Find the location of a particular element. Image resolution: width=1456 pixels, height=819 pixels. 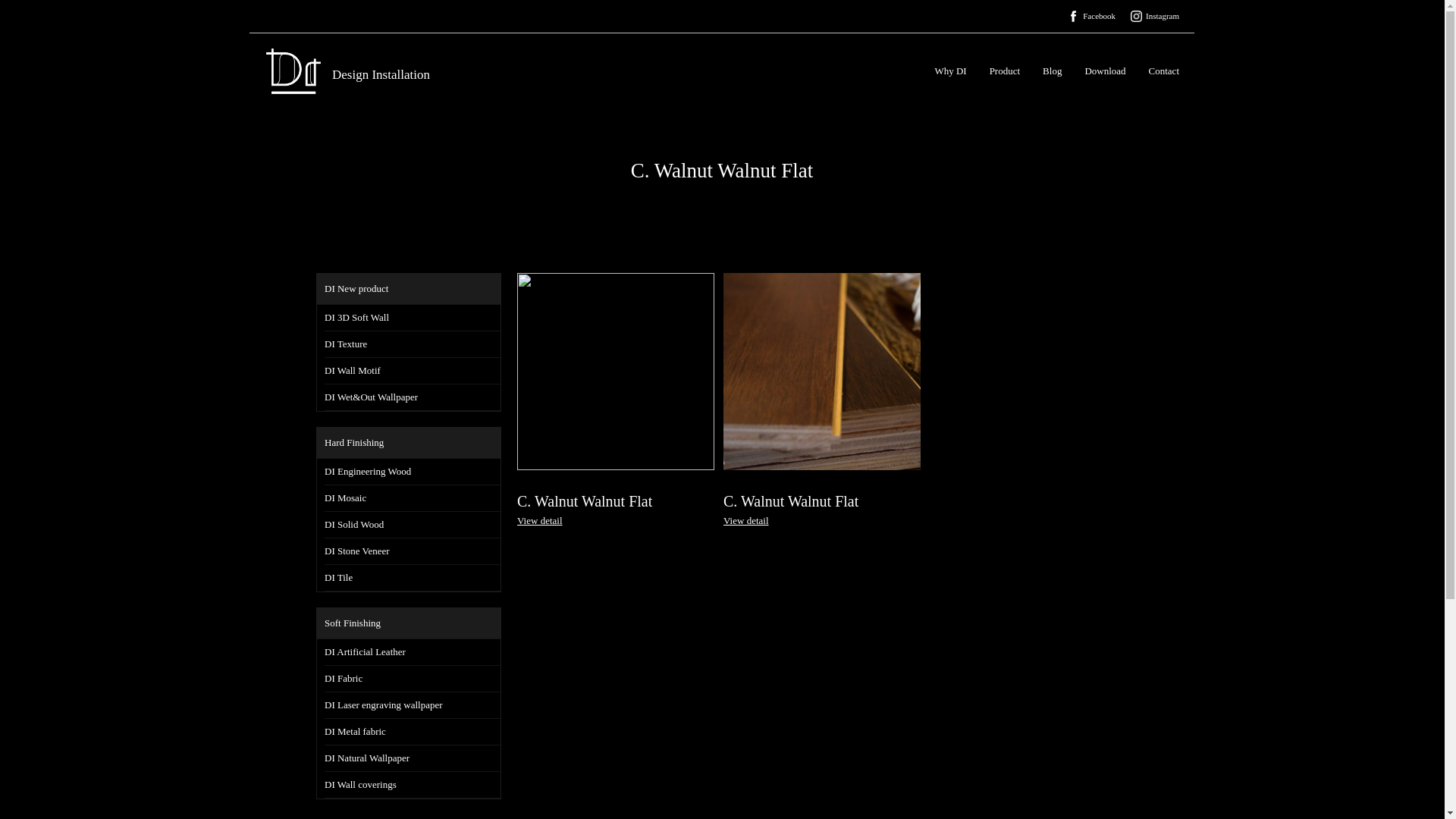

'View detail' is located at coordinates (539, 519).